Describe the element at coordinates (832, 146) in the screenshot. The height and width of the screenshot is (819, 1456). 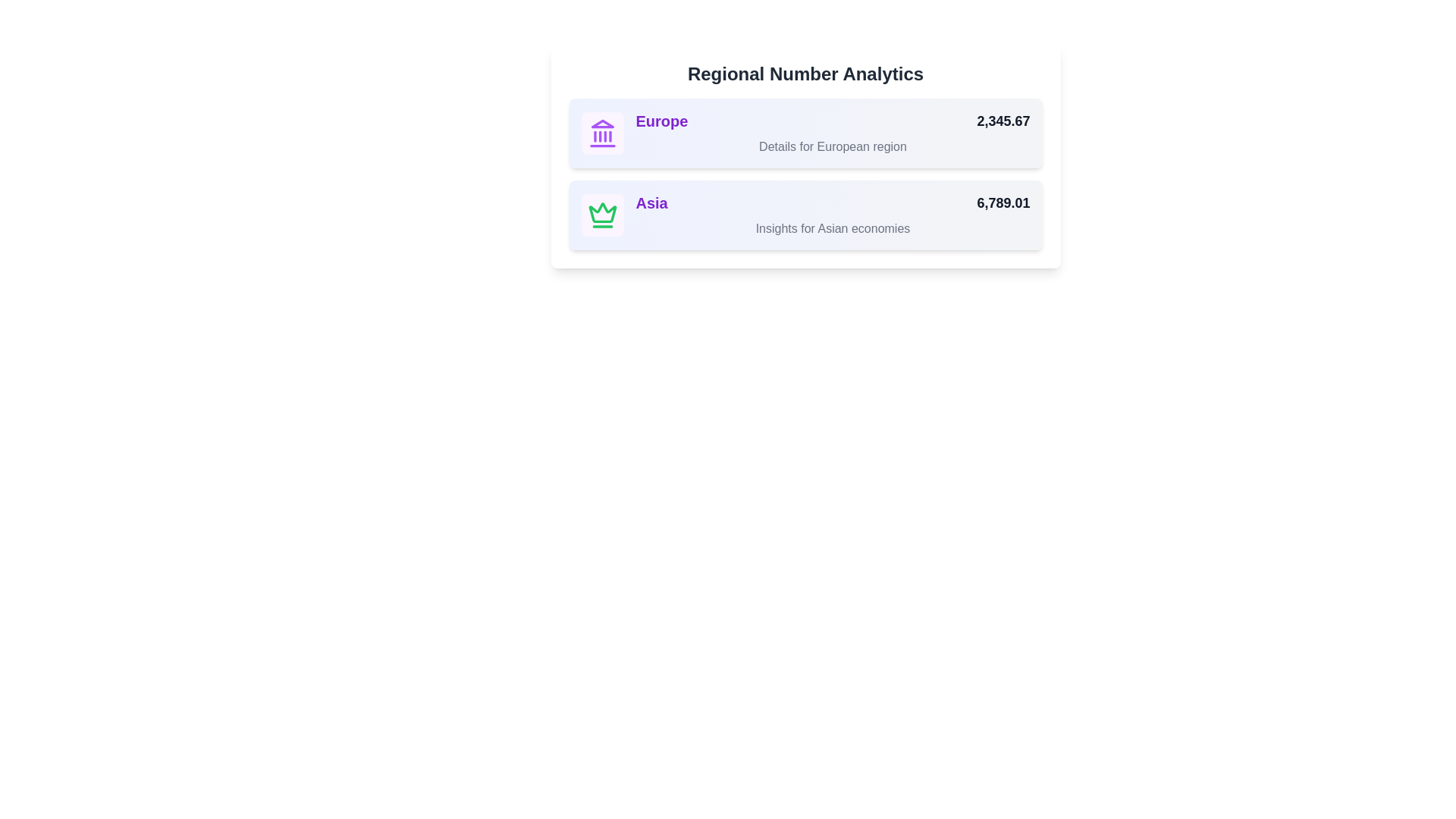
I see `the text label 'Details for European region.' which is styled in light gray font and located below the main heading 'Europe' within the European region card` at that location.